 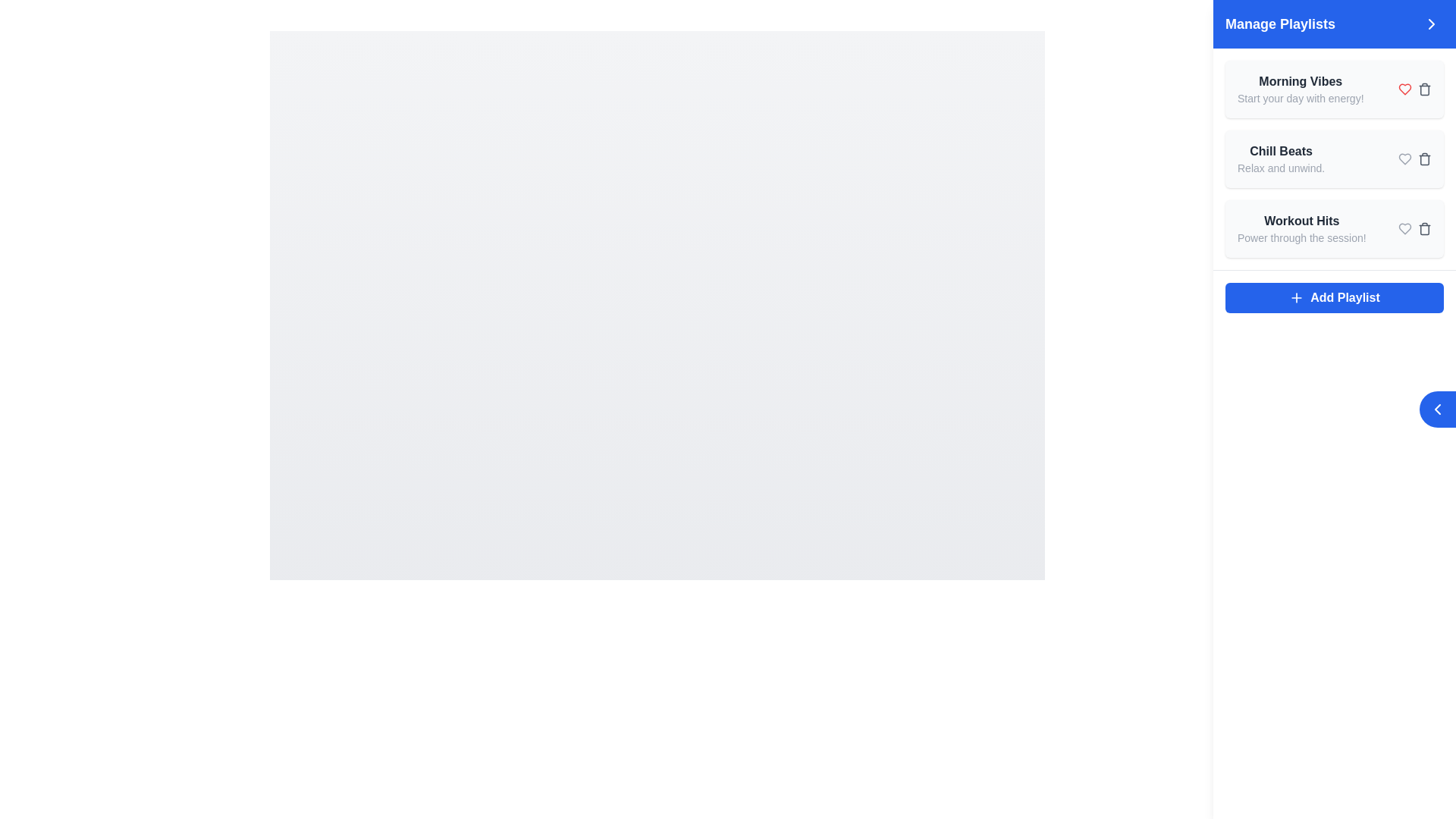 I want to click on the 'Chill Beats' playlist text display located in the second slot under 'Manage Playlists' on the right-hand panel, positioned below 'Morning Vibes' and above 'Workout Hits', so click(x=1280, y=158).